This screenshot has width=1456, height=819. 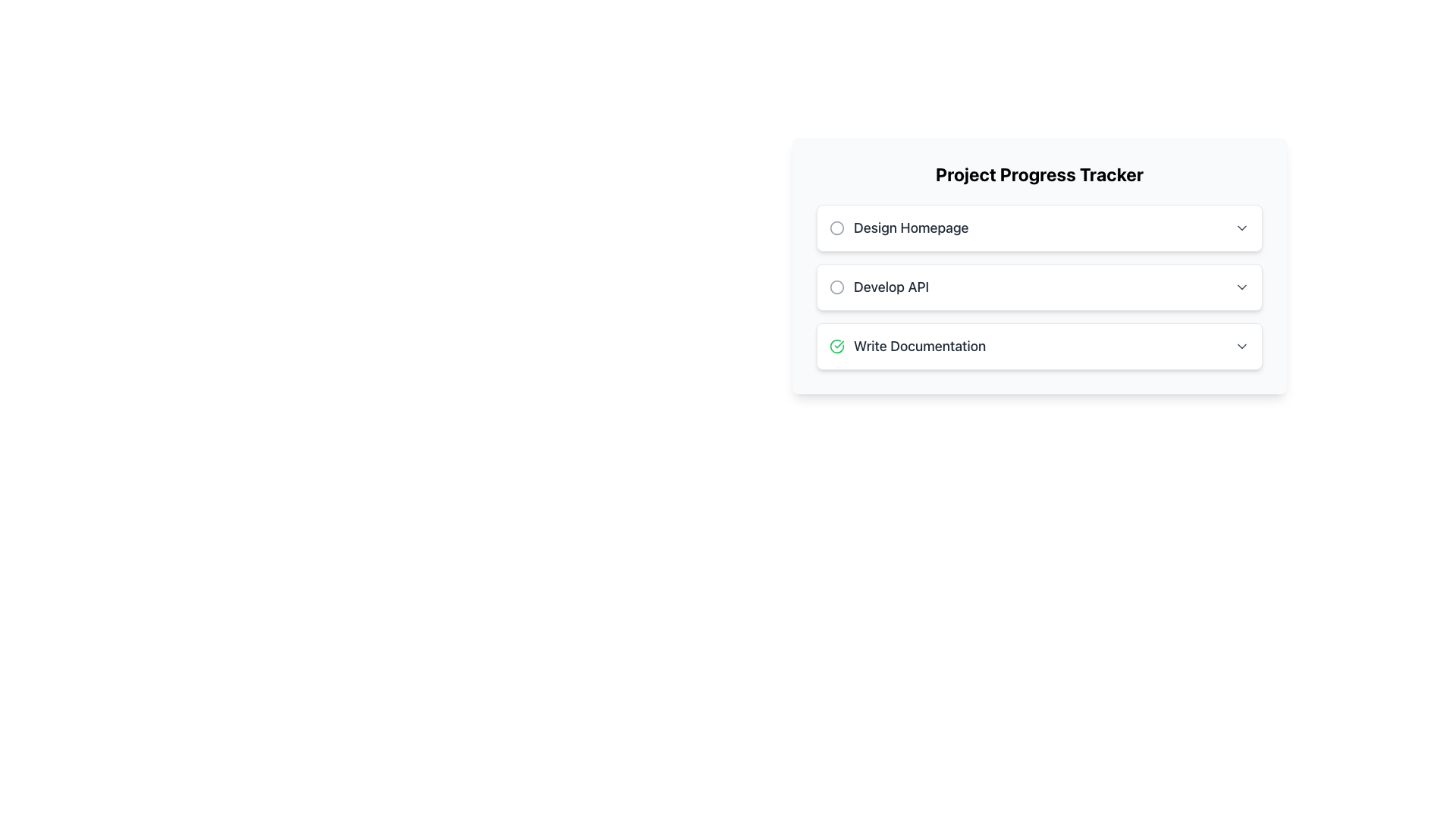 I want to click on the text label indicating the completed task 'Write Documentation' in the Project Progress Tracker list, so click(x=919, y=346).